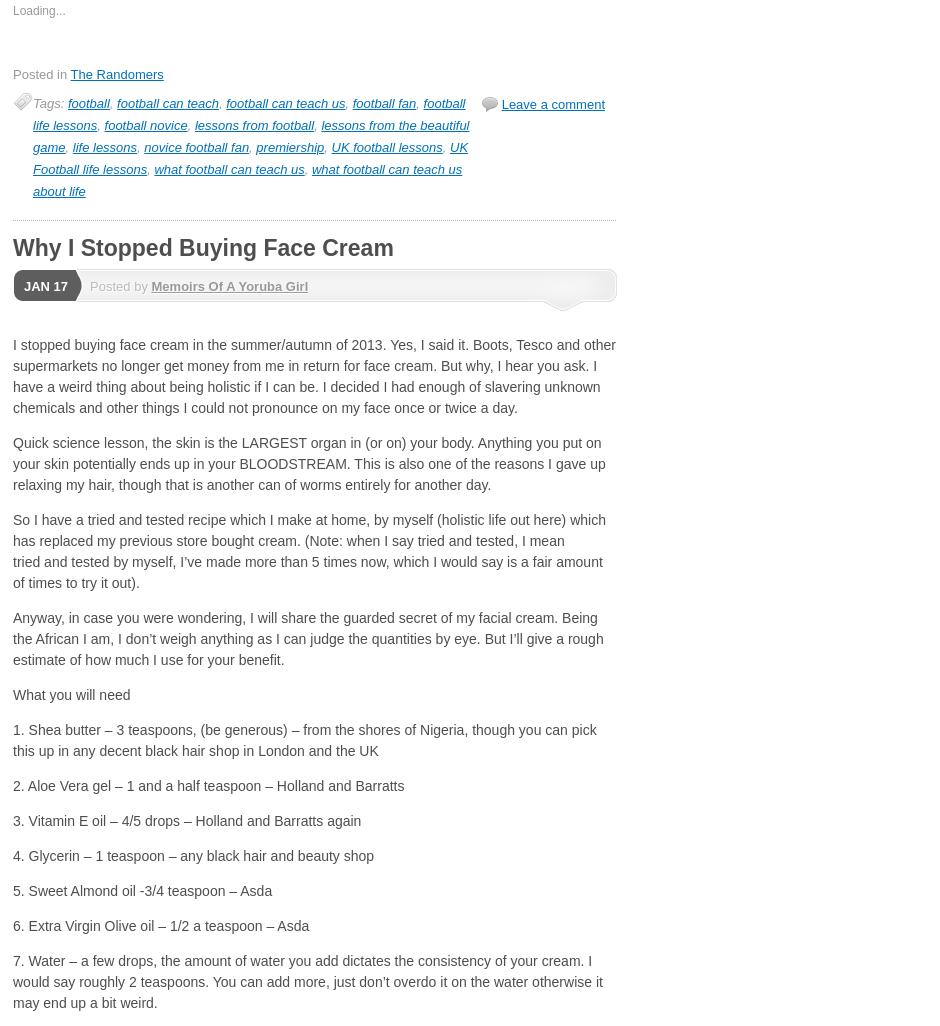 The image size is (940, 1026). Describe the element at coordinates (70, 694) in the screenshot. I see `'What you will need'` at that location.